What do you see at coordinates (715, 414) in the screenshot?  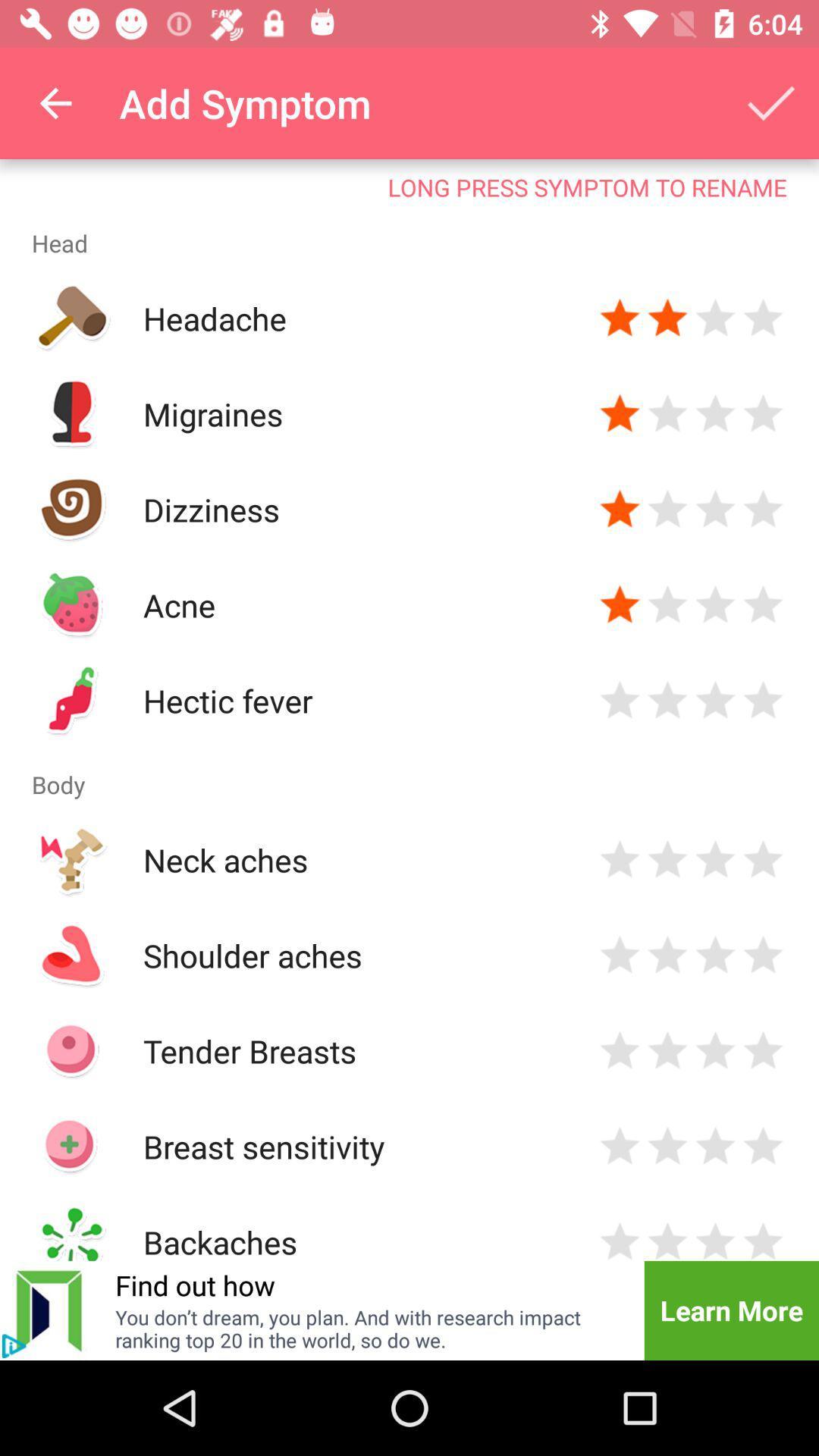 I see `put three stars to migraines` at bounding box center [715, 414].